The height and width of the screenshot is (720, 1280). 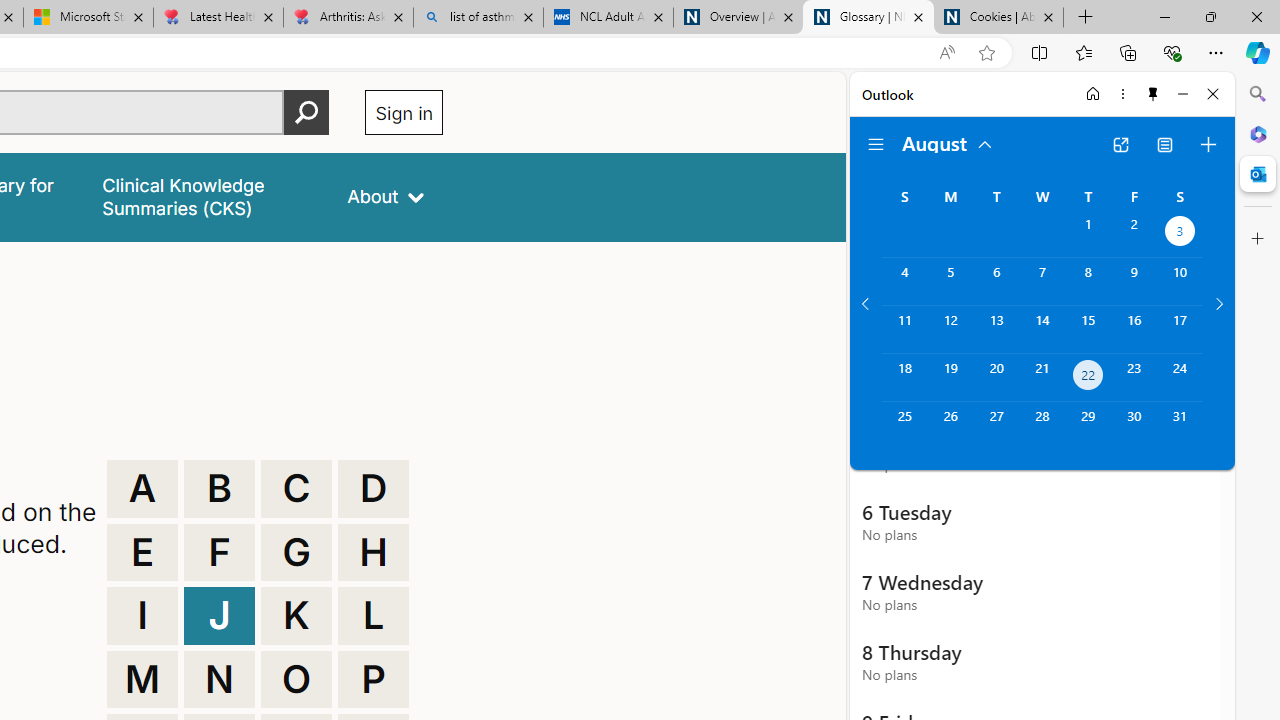 I want to click on 'Friday, August 16, 2024. ', so click(x=1134, y=328).